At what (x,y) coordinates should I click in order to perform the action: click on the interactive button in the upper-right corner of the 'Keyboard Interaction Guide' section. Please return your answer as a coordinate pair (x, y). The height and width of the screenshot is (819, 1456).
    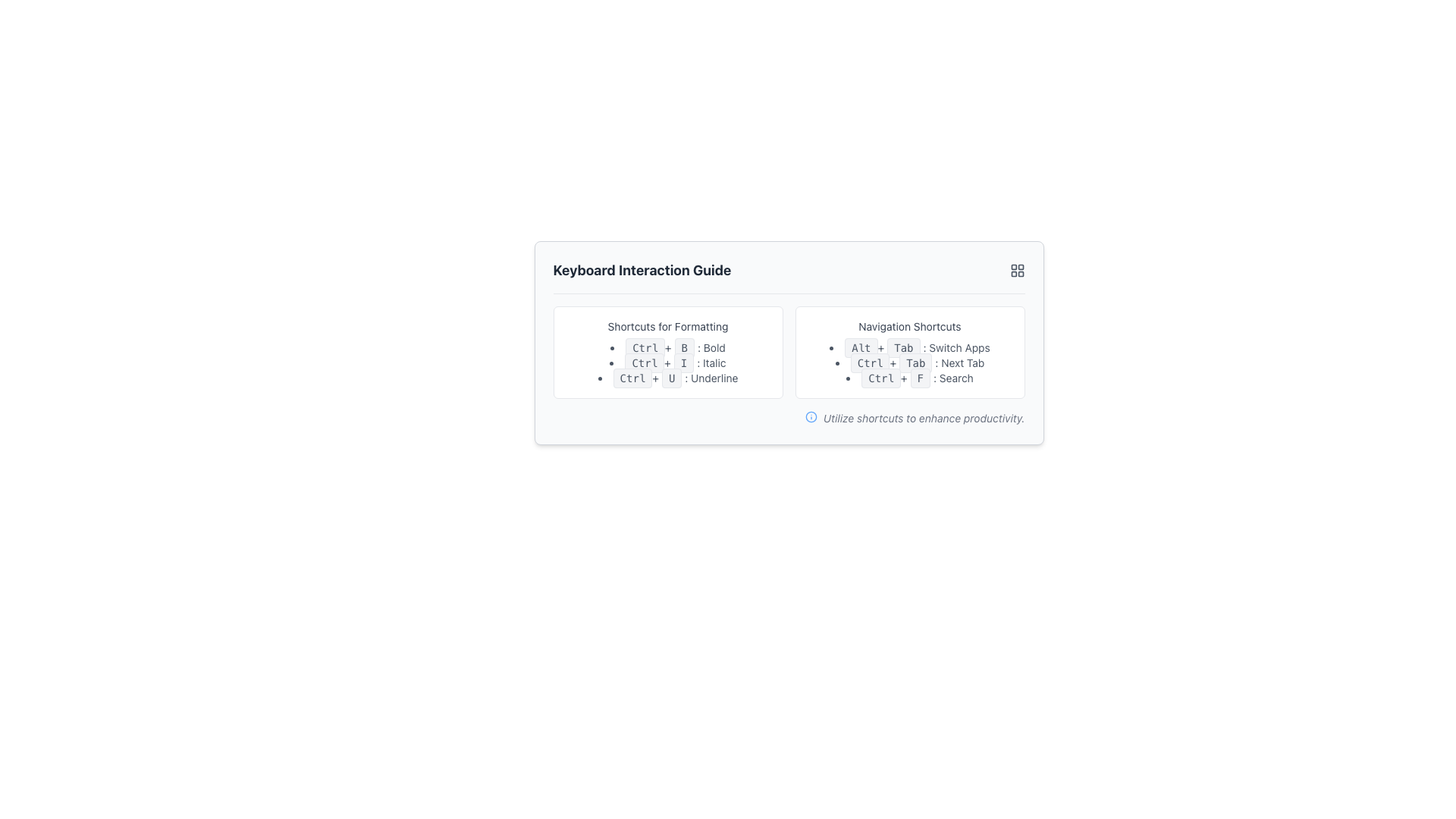
    Looking at the image, I should click on (1017, 270).